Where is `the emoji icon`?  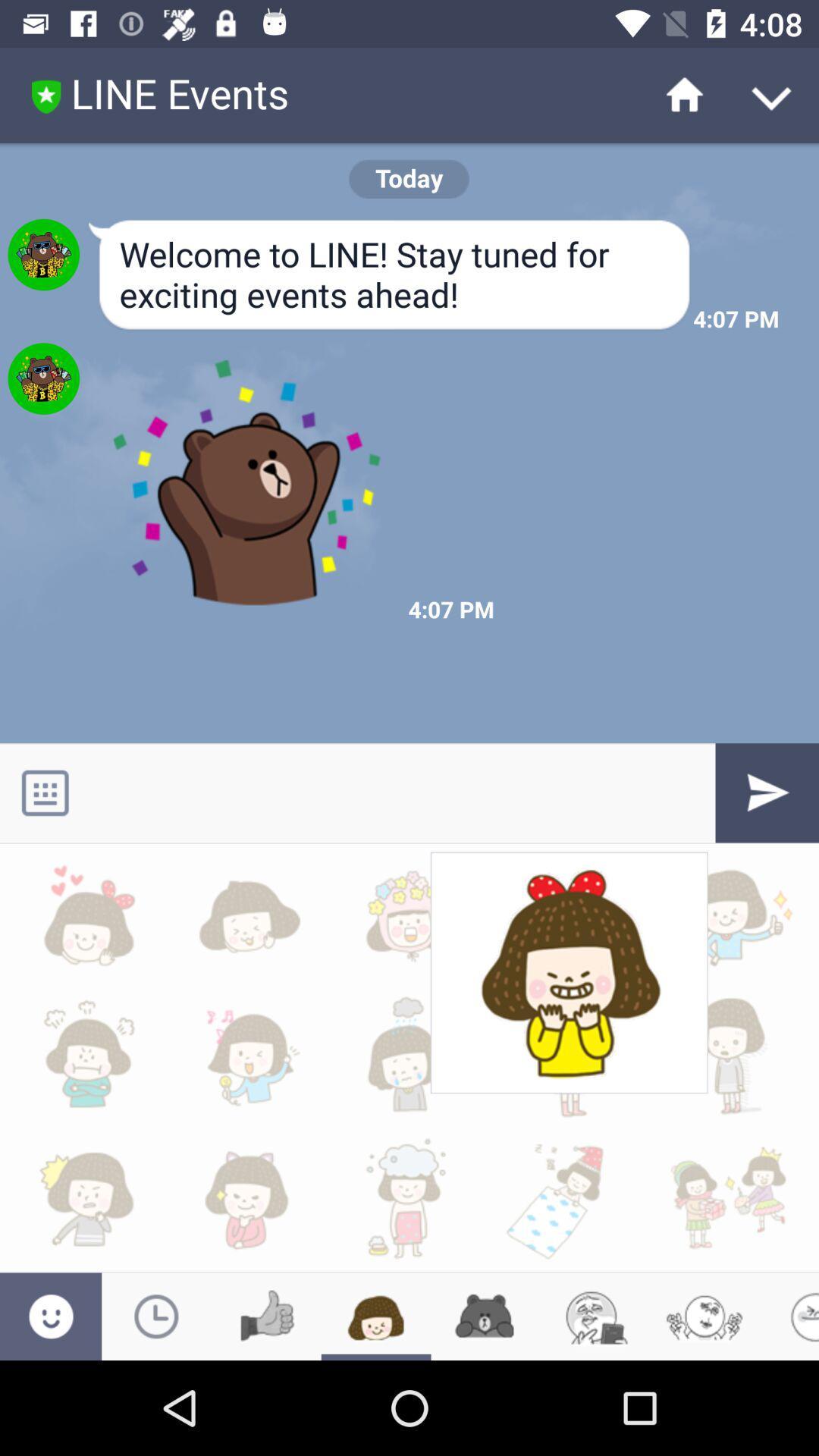 the emoji icon is located at coordinates (595, 1316).